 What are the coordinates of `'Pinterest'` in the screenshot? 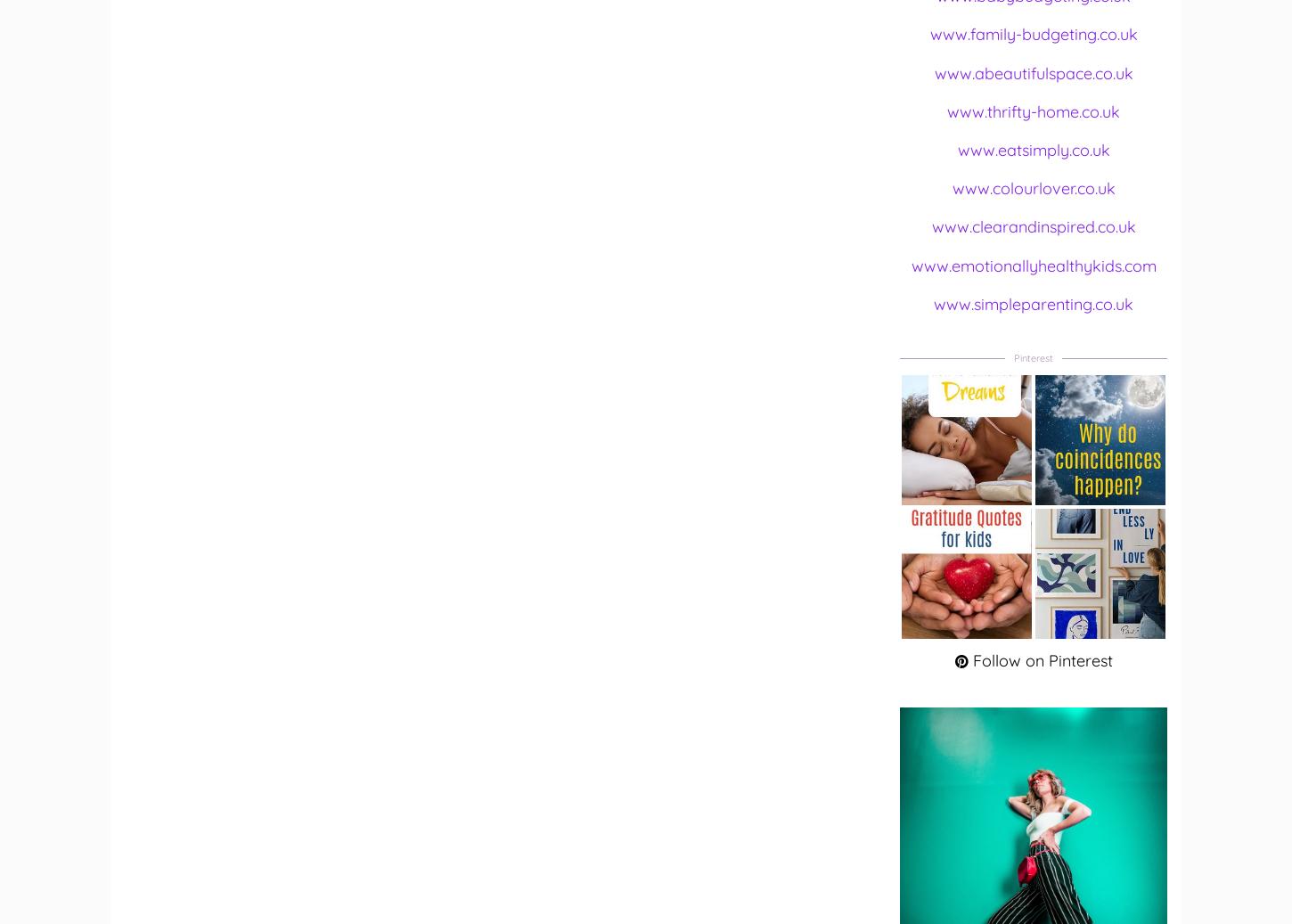 It's located at (1012, 356).